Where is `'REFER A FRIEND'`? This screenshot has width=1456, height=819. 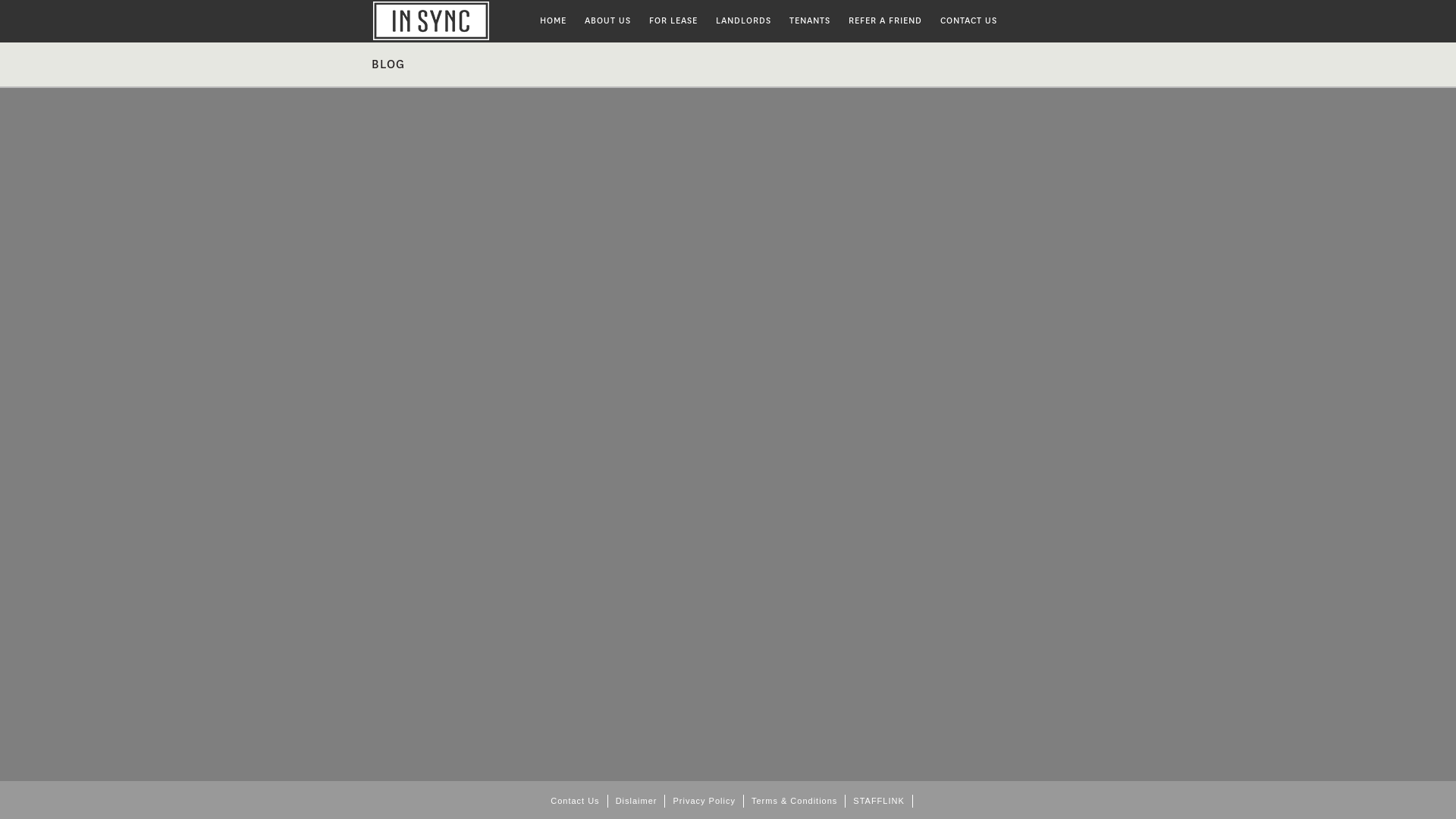 'REFER A FRIEND' is located at coordinates (885, 20).